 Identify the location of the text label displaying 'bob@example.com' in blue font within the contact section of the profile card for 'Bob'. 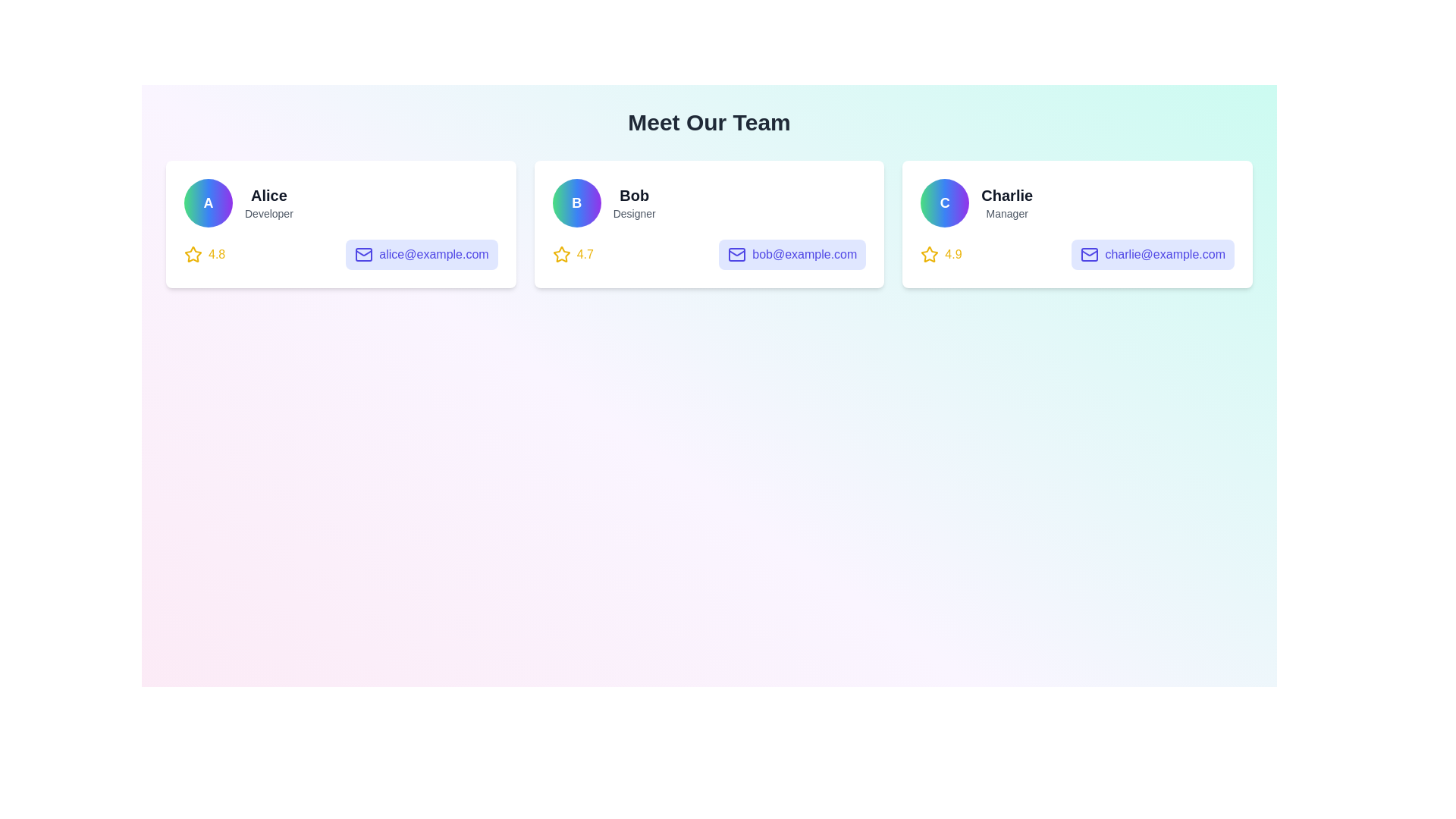
(804, 253).